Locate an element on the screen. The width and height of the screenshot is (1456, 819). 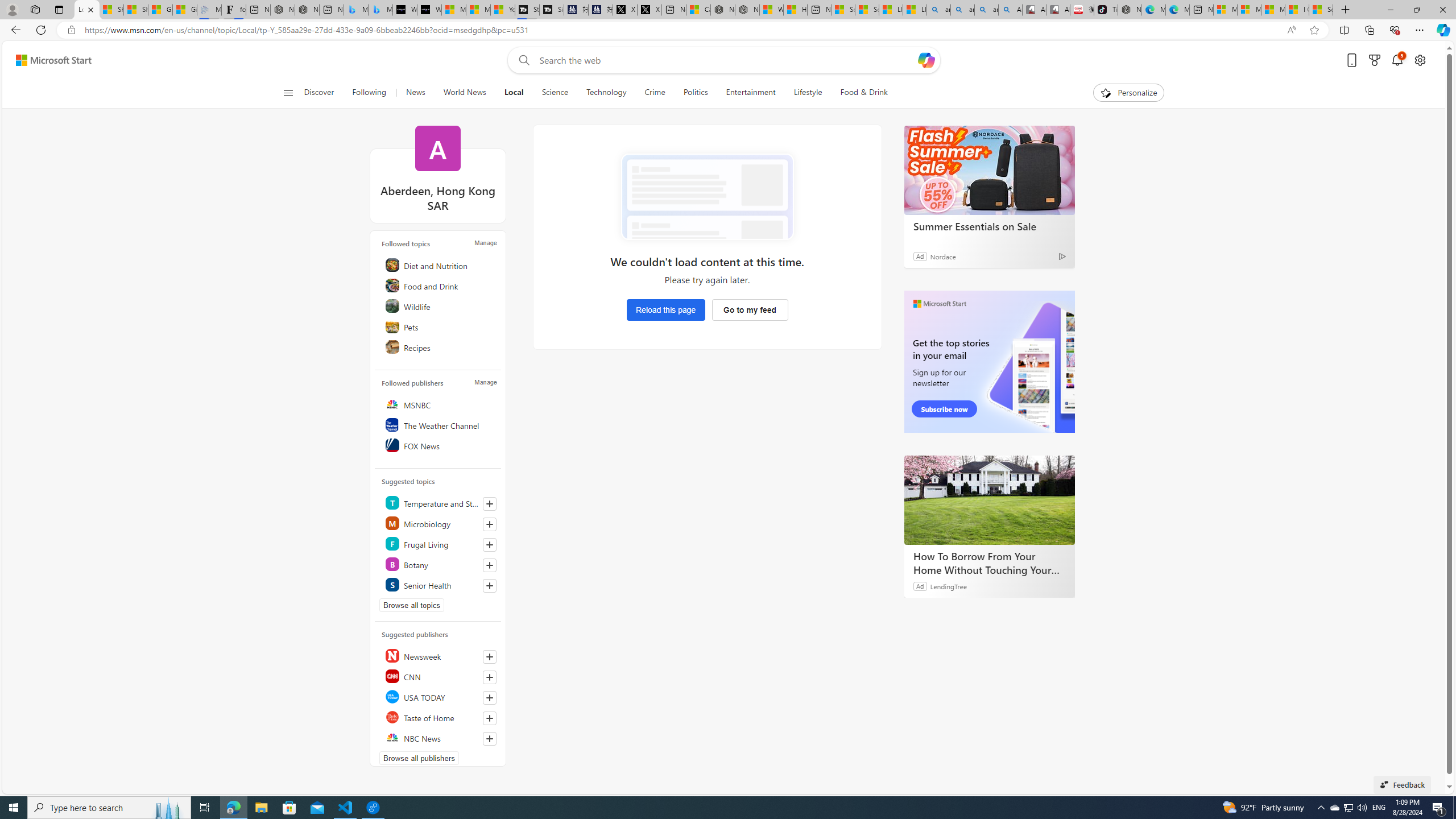
'I Gained 20 Pounds of Muscle in 30 Days! | Watch' is located at coordinates (1296, 9).